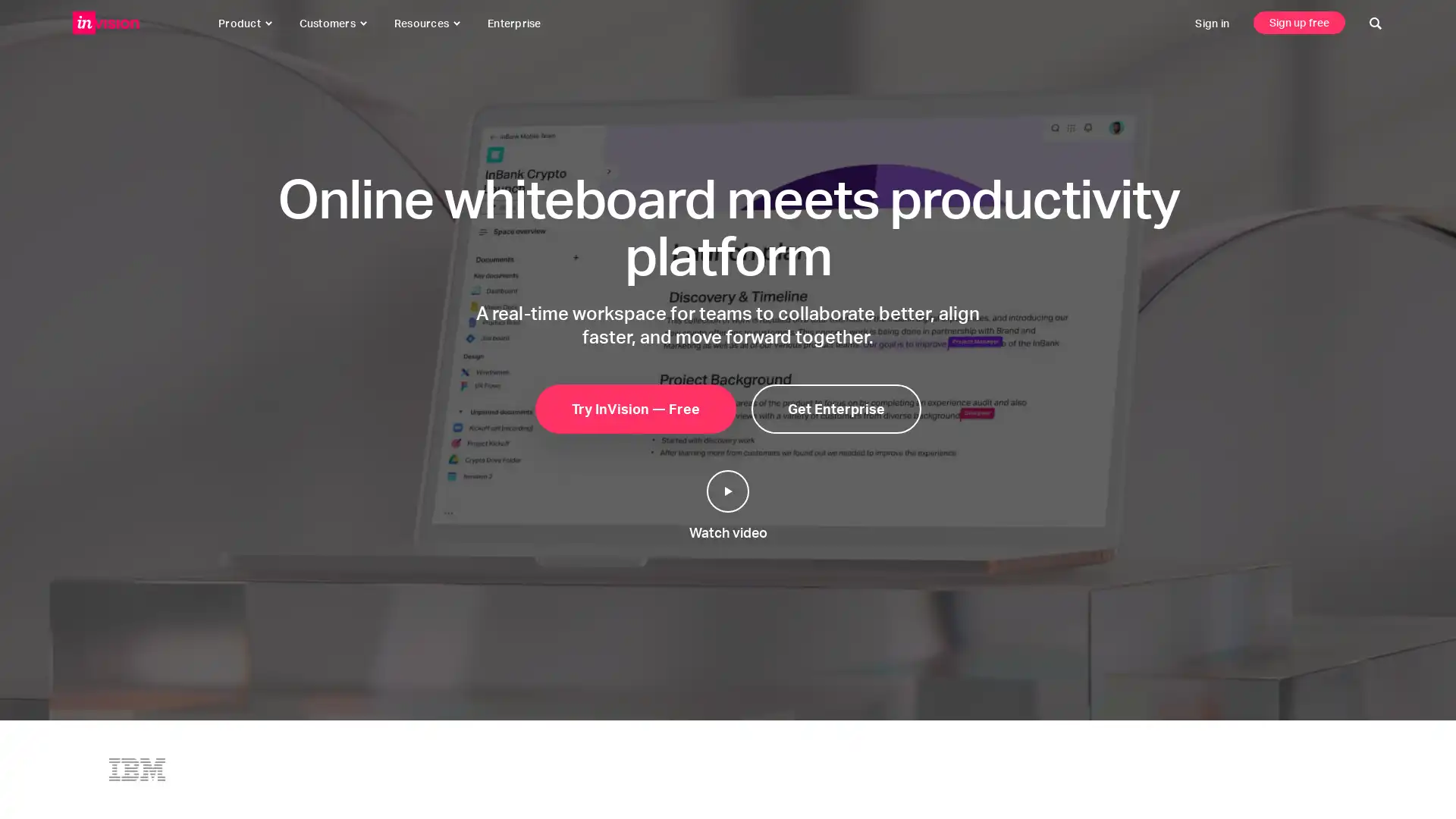 The width and height of the screenshot is (1456, 819). What do you see at coordinates (1298, 22) in the screenshot?
I see `sign up free` at bounding box center [1298, 22].